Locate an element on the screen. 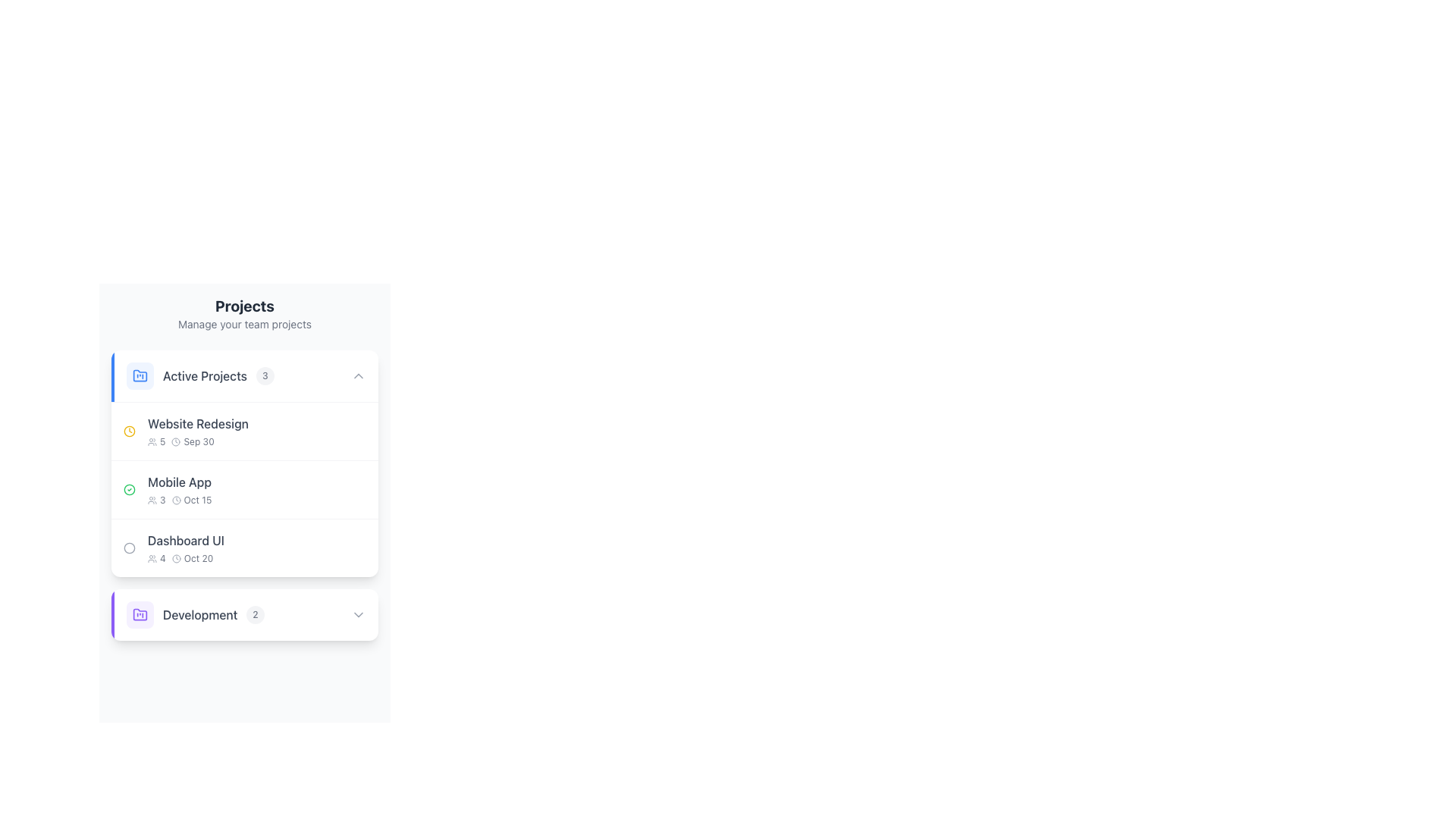 This screenshot has height=819, width=1456. the third button in the group of interactive buttons that triggers actions related to the 'Mobile App' entry, positioned at the rightmost side of that entry under 'Active Projects' is located at coordinates (355, 489).